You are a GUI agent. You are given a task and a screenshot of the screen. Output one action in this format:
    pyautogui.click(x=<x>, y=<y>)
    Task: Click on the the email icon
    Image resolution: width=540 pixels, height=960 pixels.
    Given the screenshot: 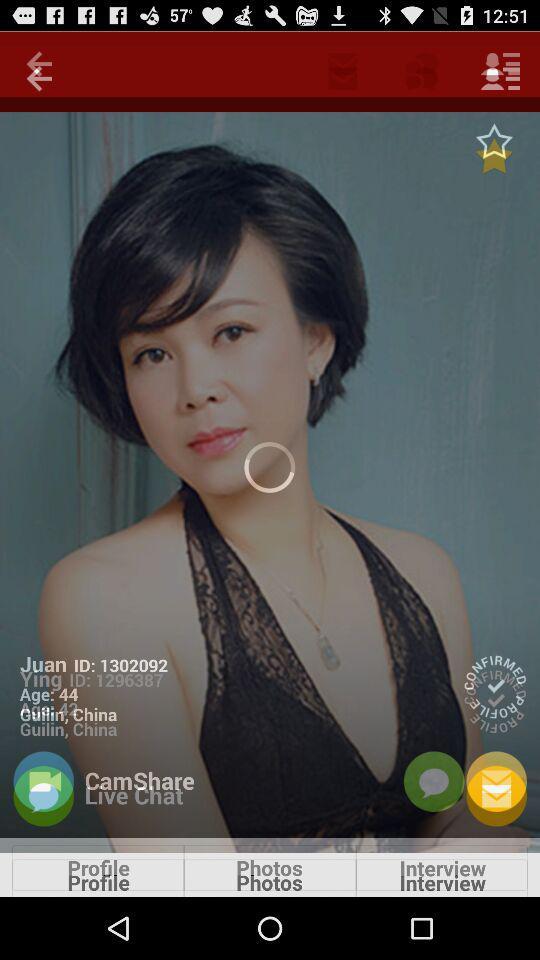 What is the action you would take?
    pyautogui.click(x=495, y=836)
    